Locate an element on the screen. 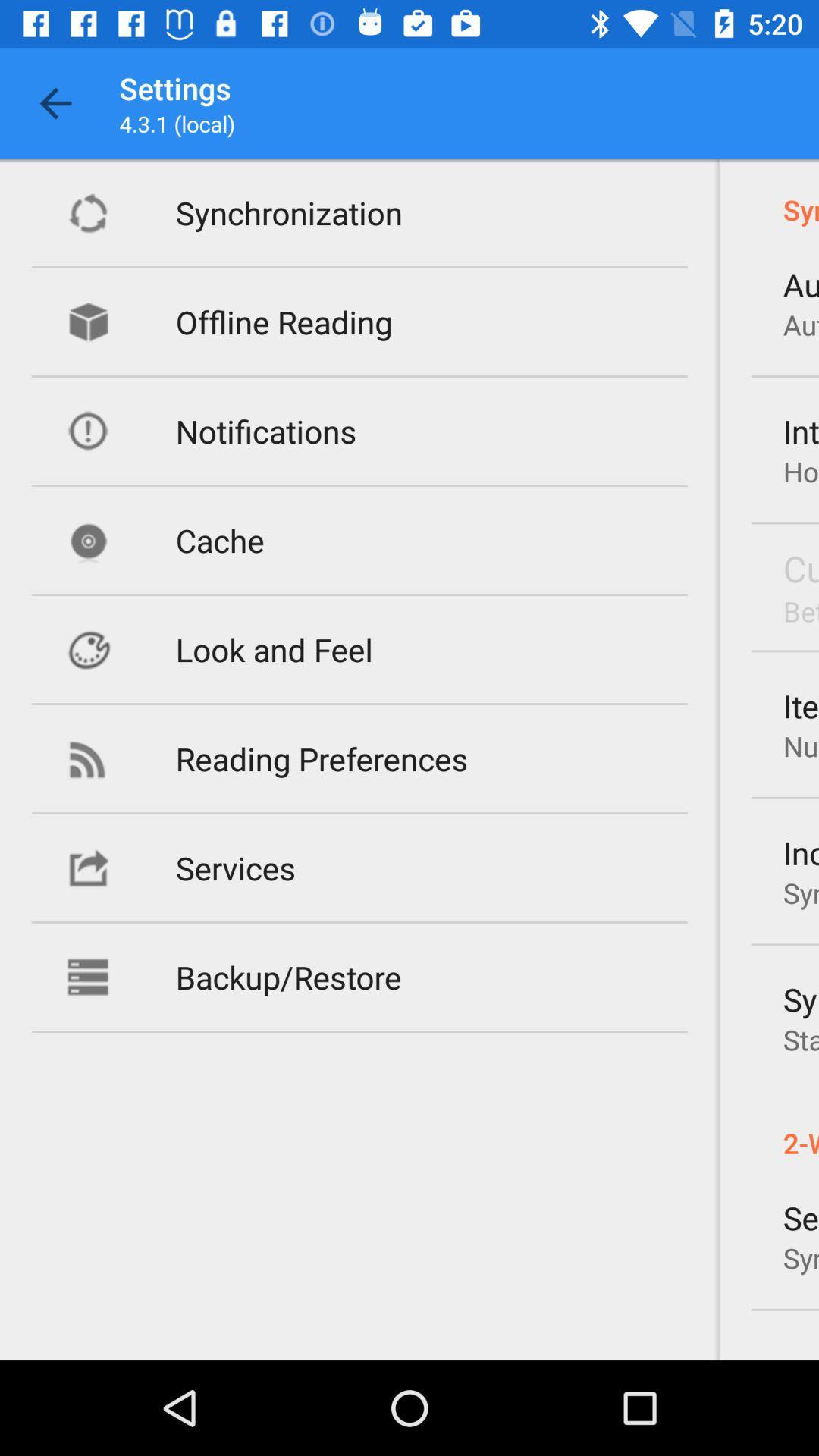  the backup/restore item is located at coordinates (288, 977).